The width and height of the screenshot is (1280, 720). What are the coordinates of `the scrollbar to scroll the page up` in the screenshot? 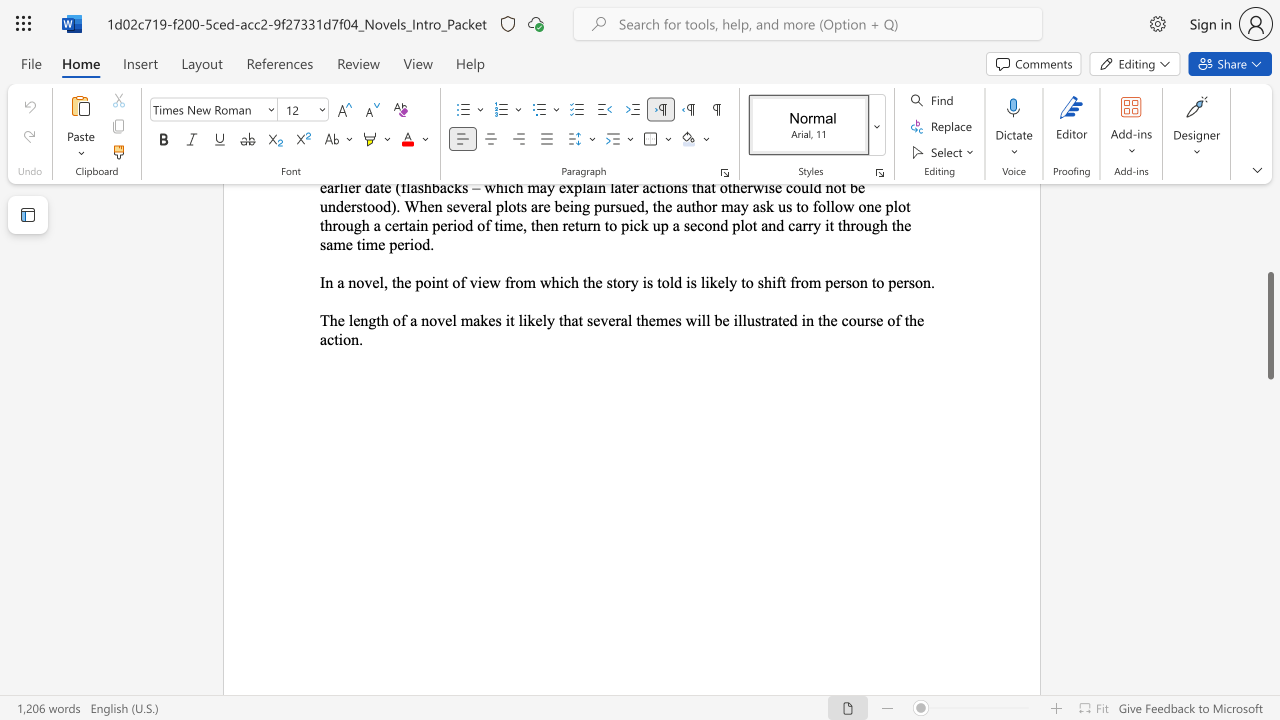 It's located at (1269, 238).